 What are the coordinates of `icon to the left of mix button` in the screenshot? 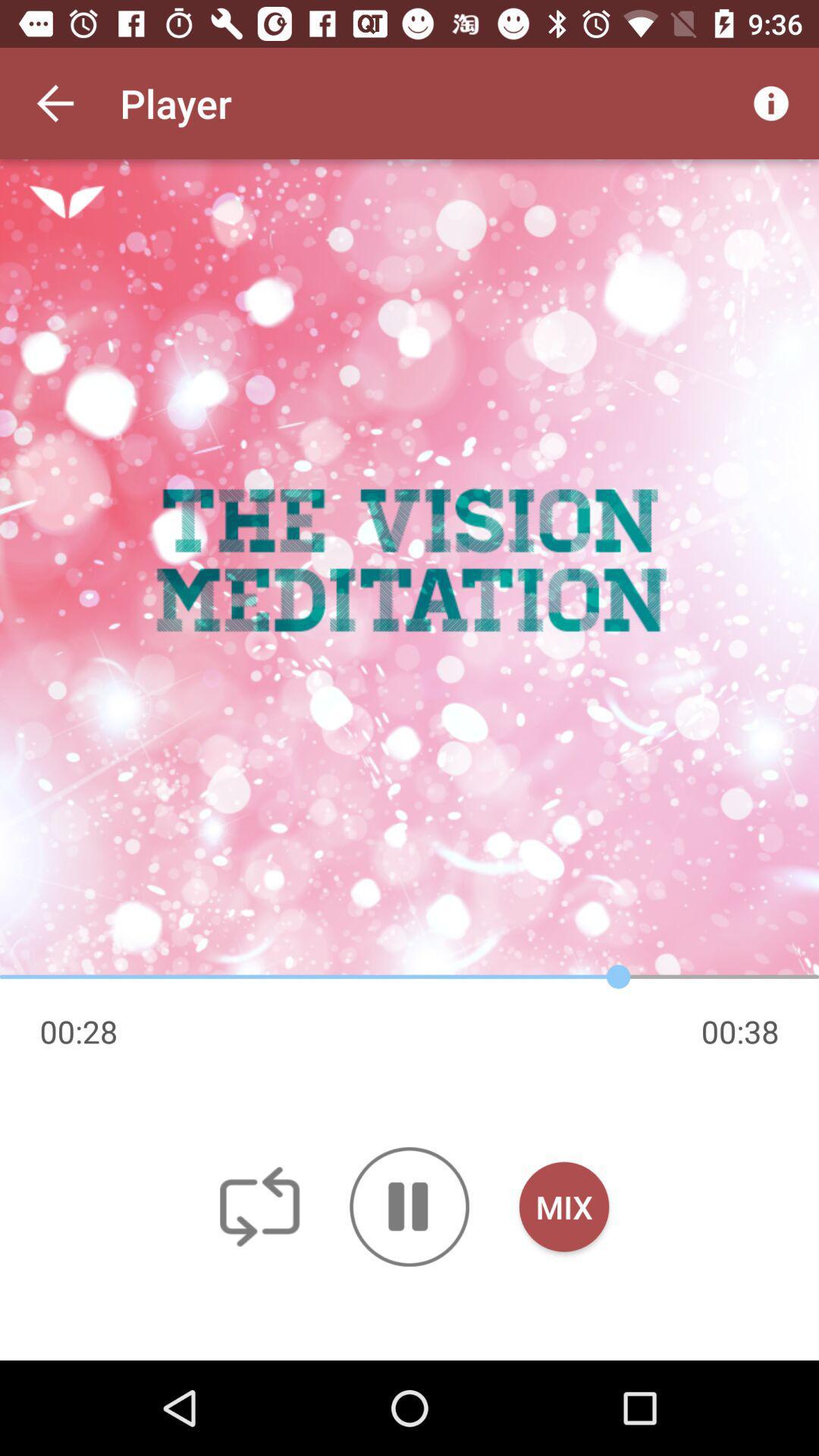 It's located at (409, 1206).